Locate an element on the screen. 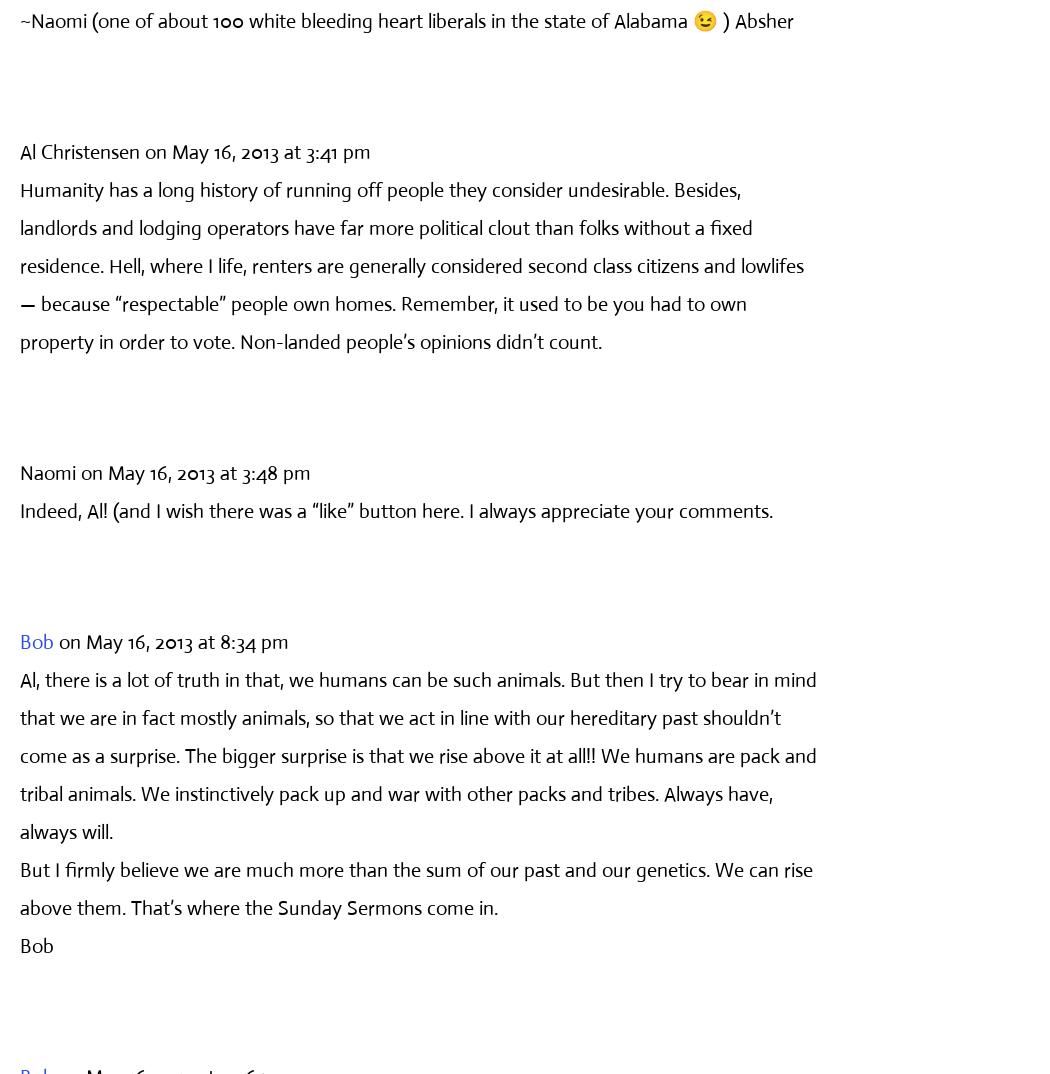 This screenshot has width=1050, height=1074. 'on May 16, 2013 at 3:48 pm' is located at coordinates (195, 471).